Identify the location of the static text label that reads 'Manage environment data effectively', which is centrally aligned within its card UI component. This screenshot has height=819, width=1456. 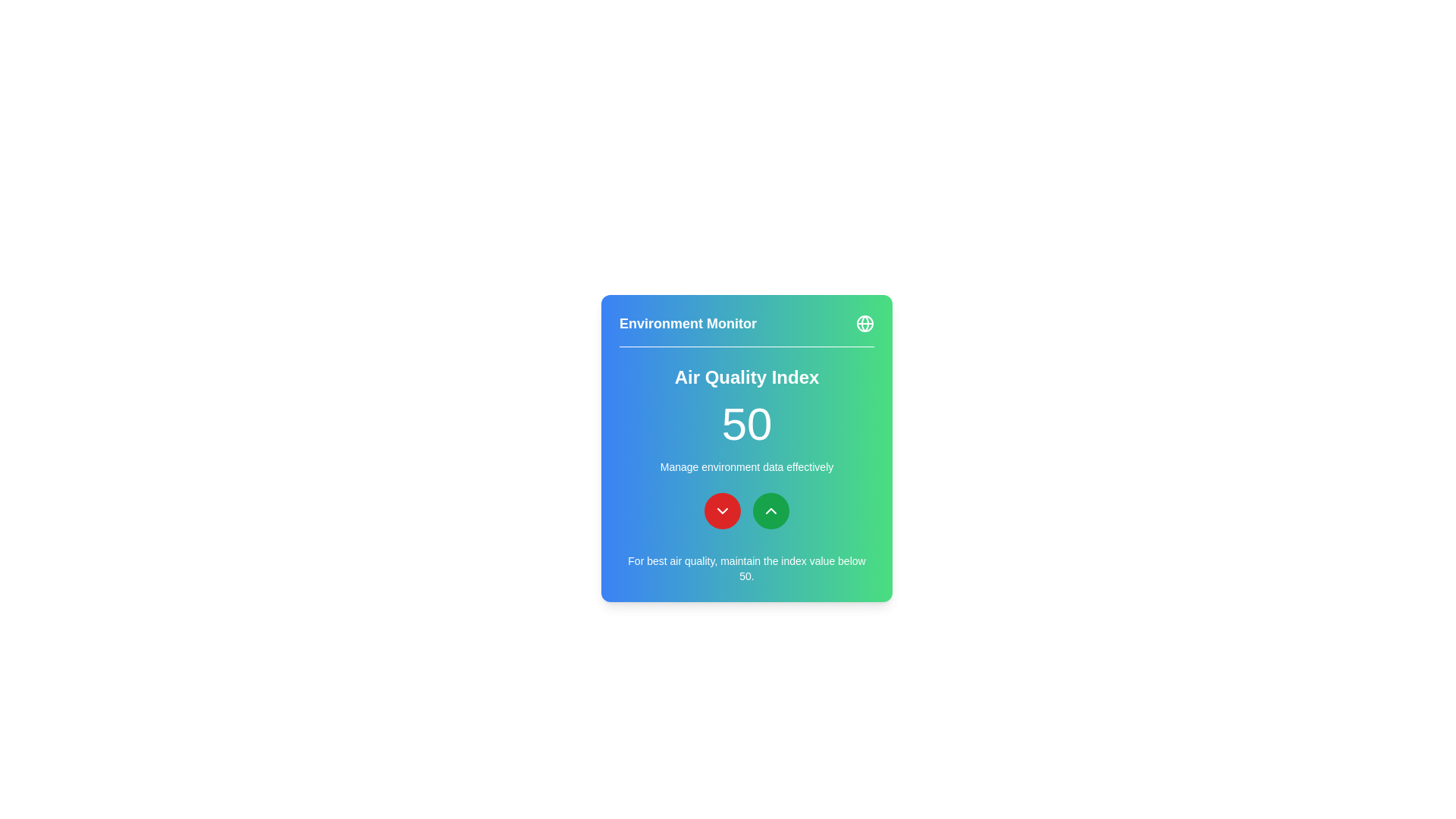
(746, 466).